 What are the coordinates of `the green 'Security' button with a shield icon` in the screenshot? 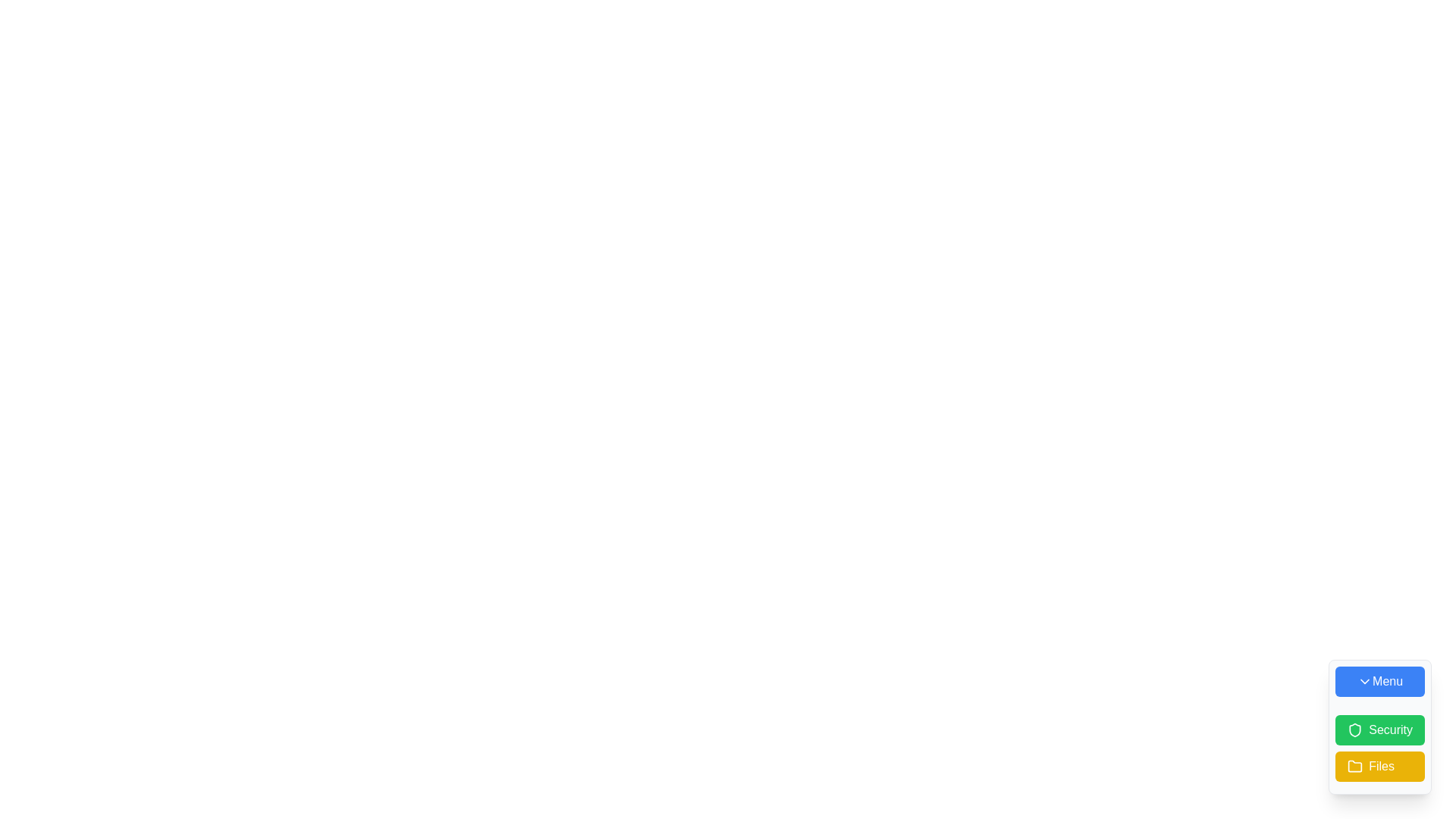 It's located at (1379, 730).